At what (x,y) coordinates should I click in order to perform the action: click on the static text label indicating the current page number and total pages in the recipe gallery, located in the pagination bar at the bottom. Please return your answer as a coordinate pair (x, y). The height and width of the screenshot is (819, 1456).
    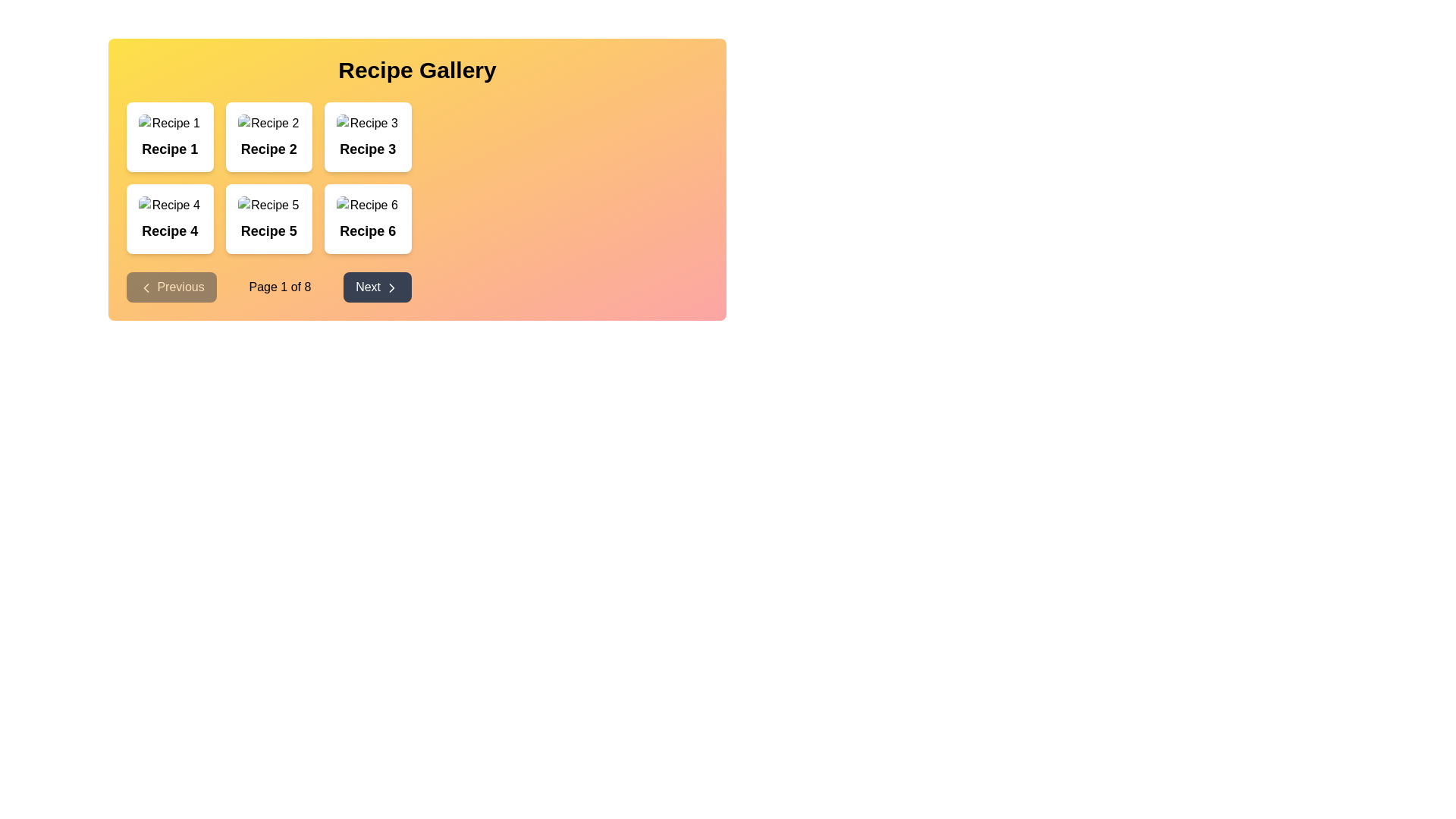
    Looking at the image, I should click on (280, 287).